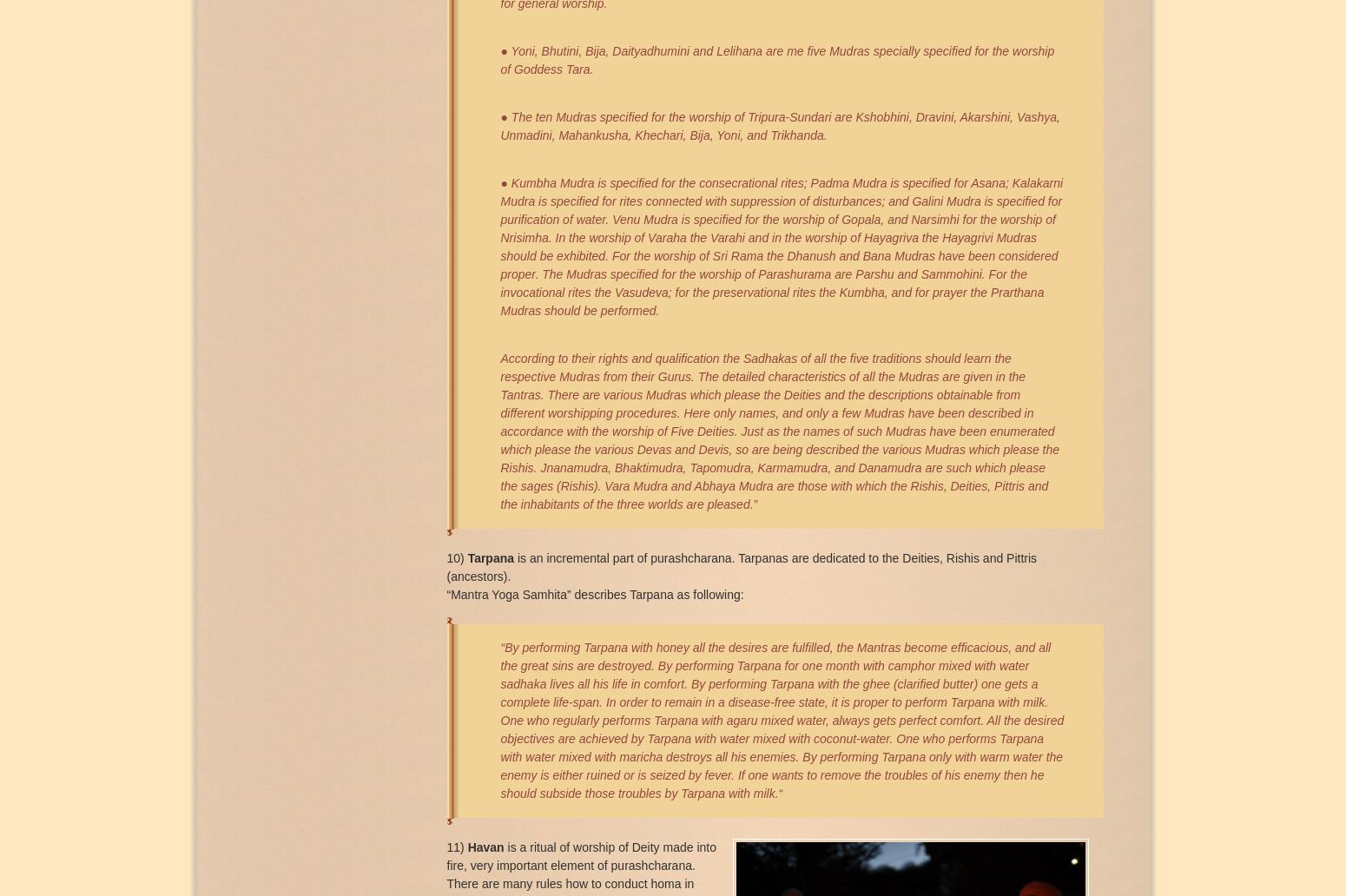 This screenshot has width=1346, height=896. Describe the element at coordinates (486, 846) in the screenshot. I see `'Havan'` at that location.